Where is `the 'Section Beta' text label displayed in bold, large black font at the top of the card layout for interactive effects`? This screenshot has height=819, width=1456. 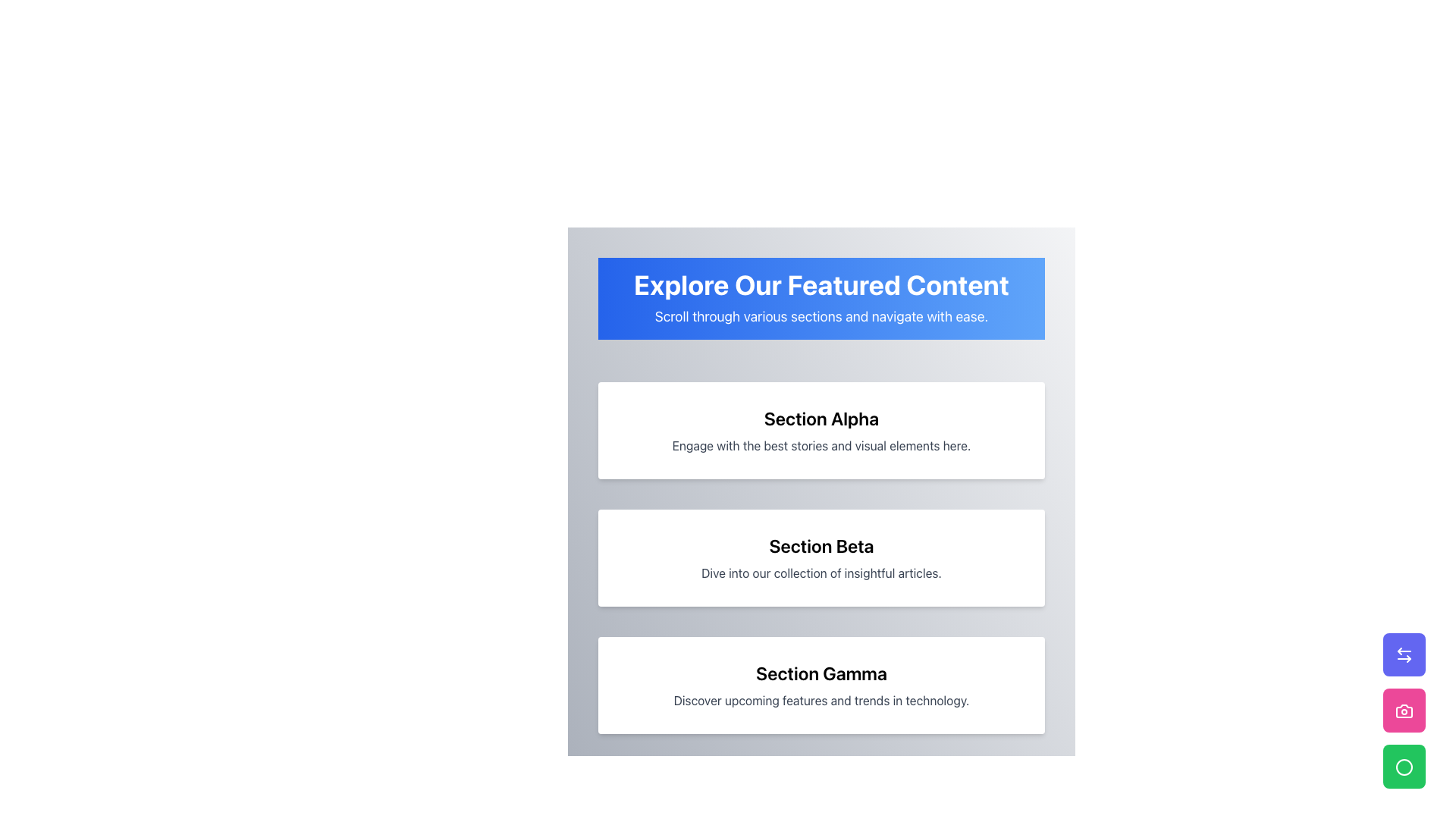 the 'Section Beta' text label displayed in bold, large black font at the top of the card layout for interactive effects is located at coordinates (821, 546).